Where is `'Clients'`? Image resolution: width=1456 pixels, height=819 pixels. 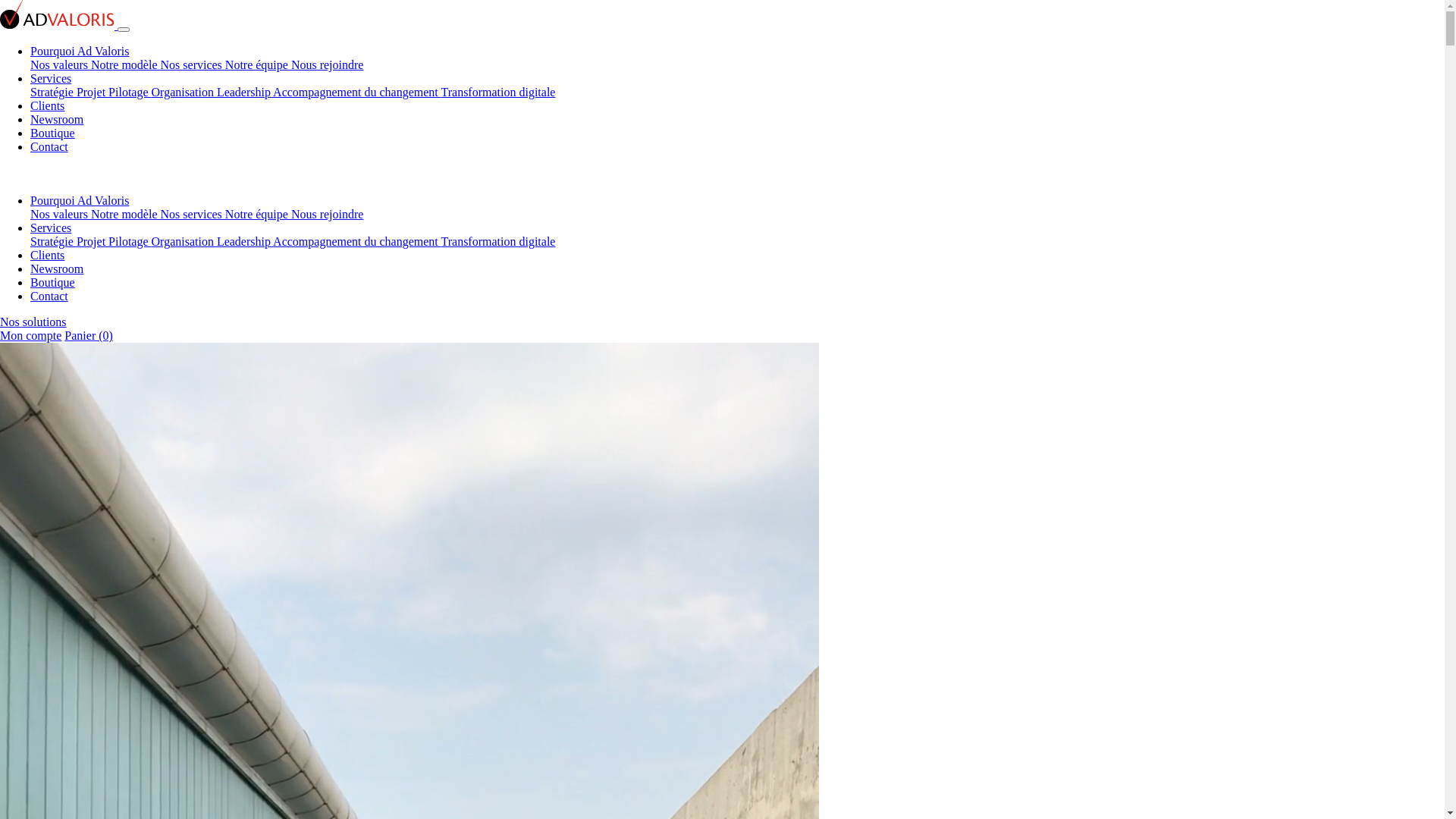 'Clients' is located at coordinates (47, 105).